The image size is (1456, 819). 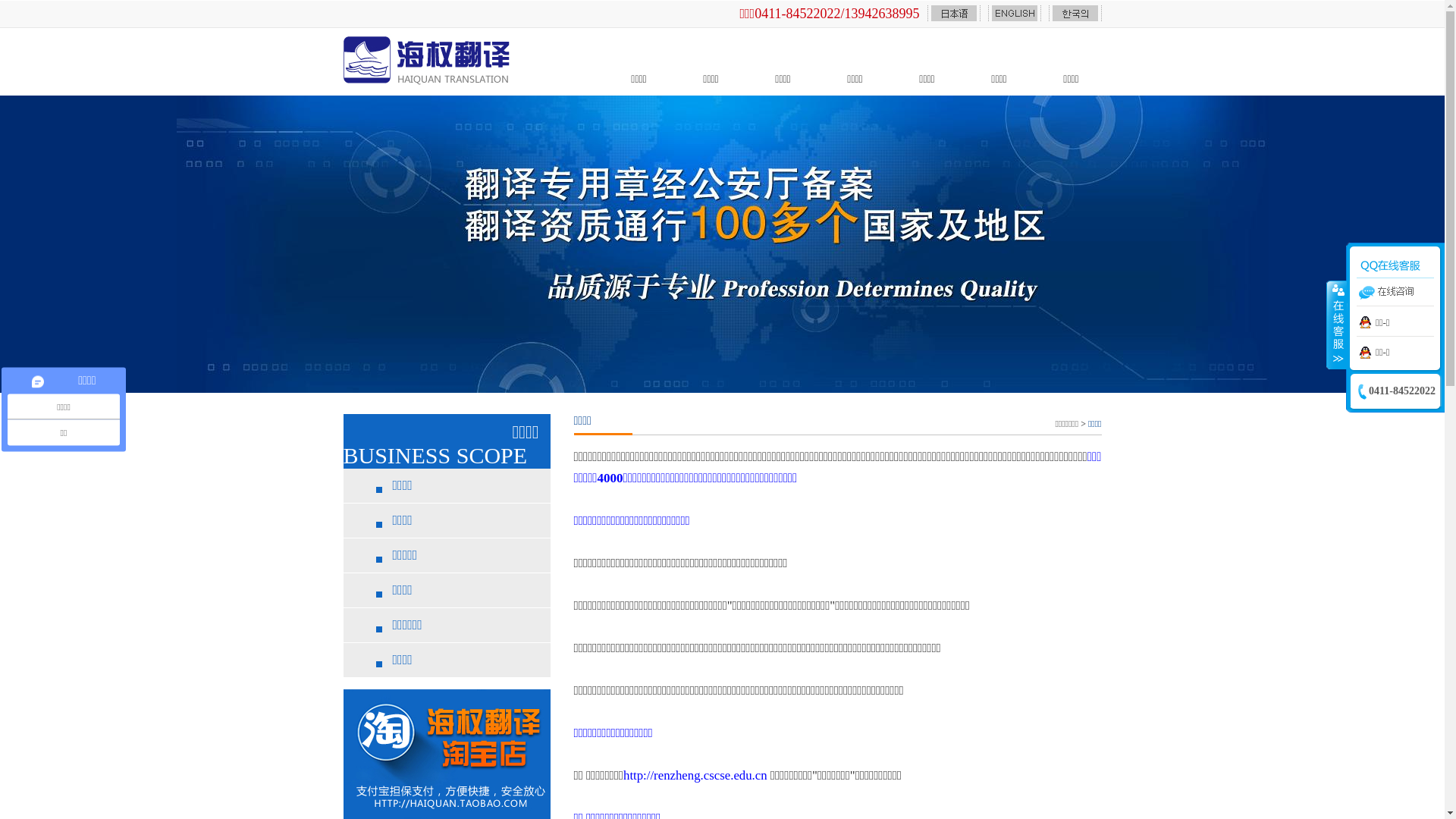 I want to click on 'http://renzheng.cscse.edu.cn', so click(x=694, y=775).